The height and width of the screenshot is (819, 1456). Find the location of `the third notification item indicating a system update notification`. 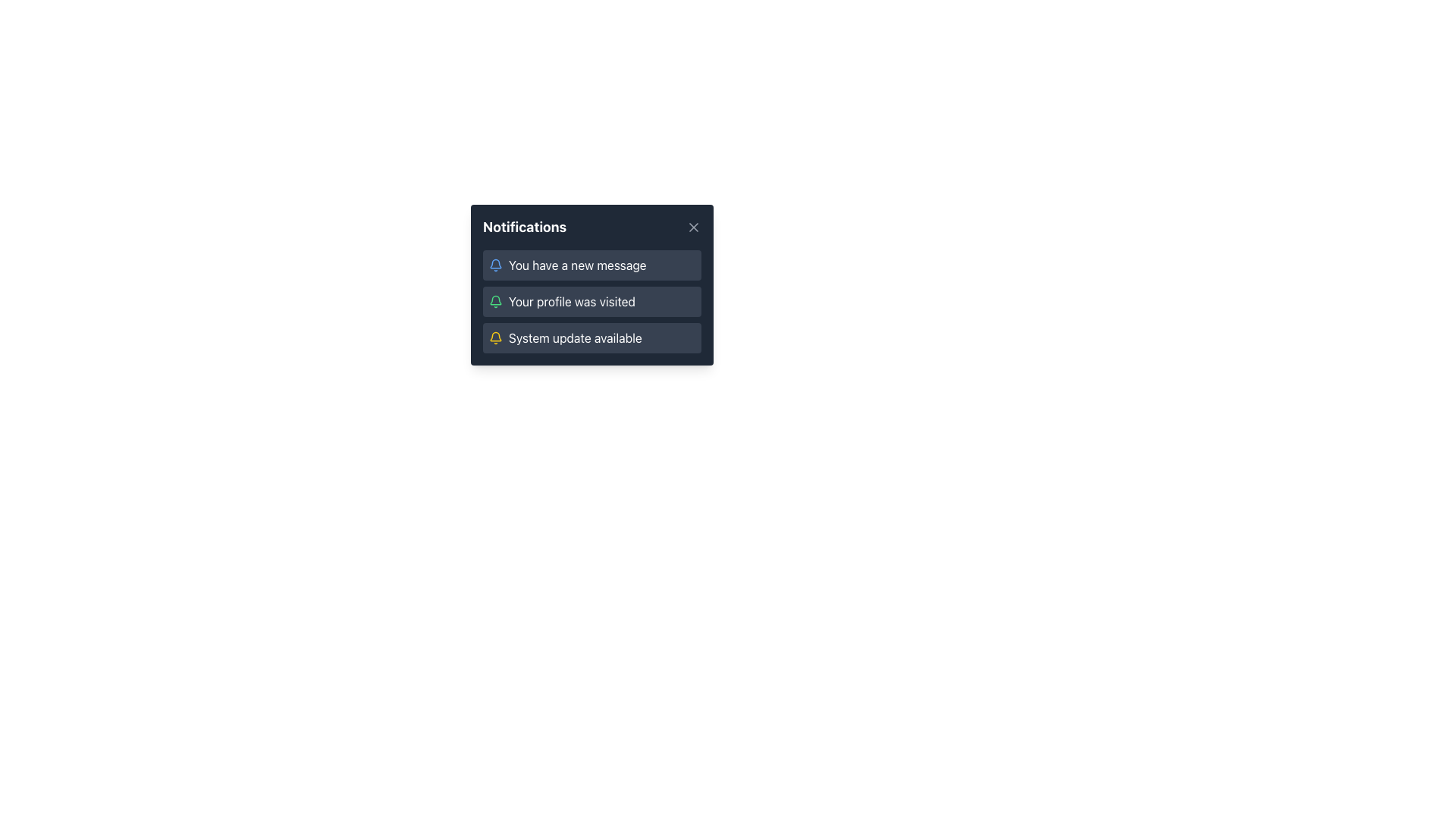

the third notification item indicating a system update notification is located at coordinates (591, 337).